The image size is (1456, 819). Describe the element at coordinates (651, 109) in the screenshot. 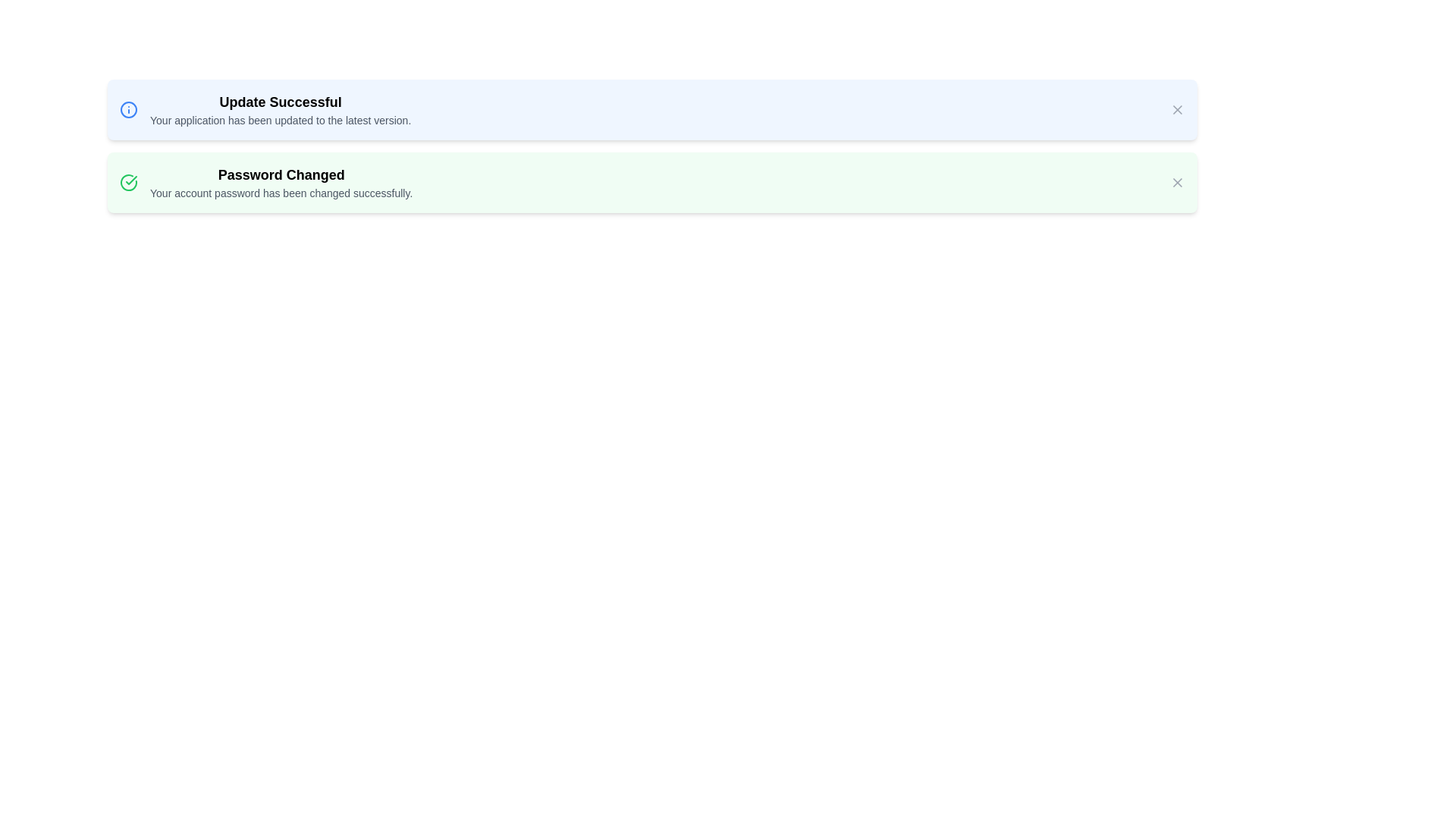

I see `the alert to bring focus to its message` at that location.